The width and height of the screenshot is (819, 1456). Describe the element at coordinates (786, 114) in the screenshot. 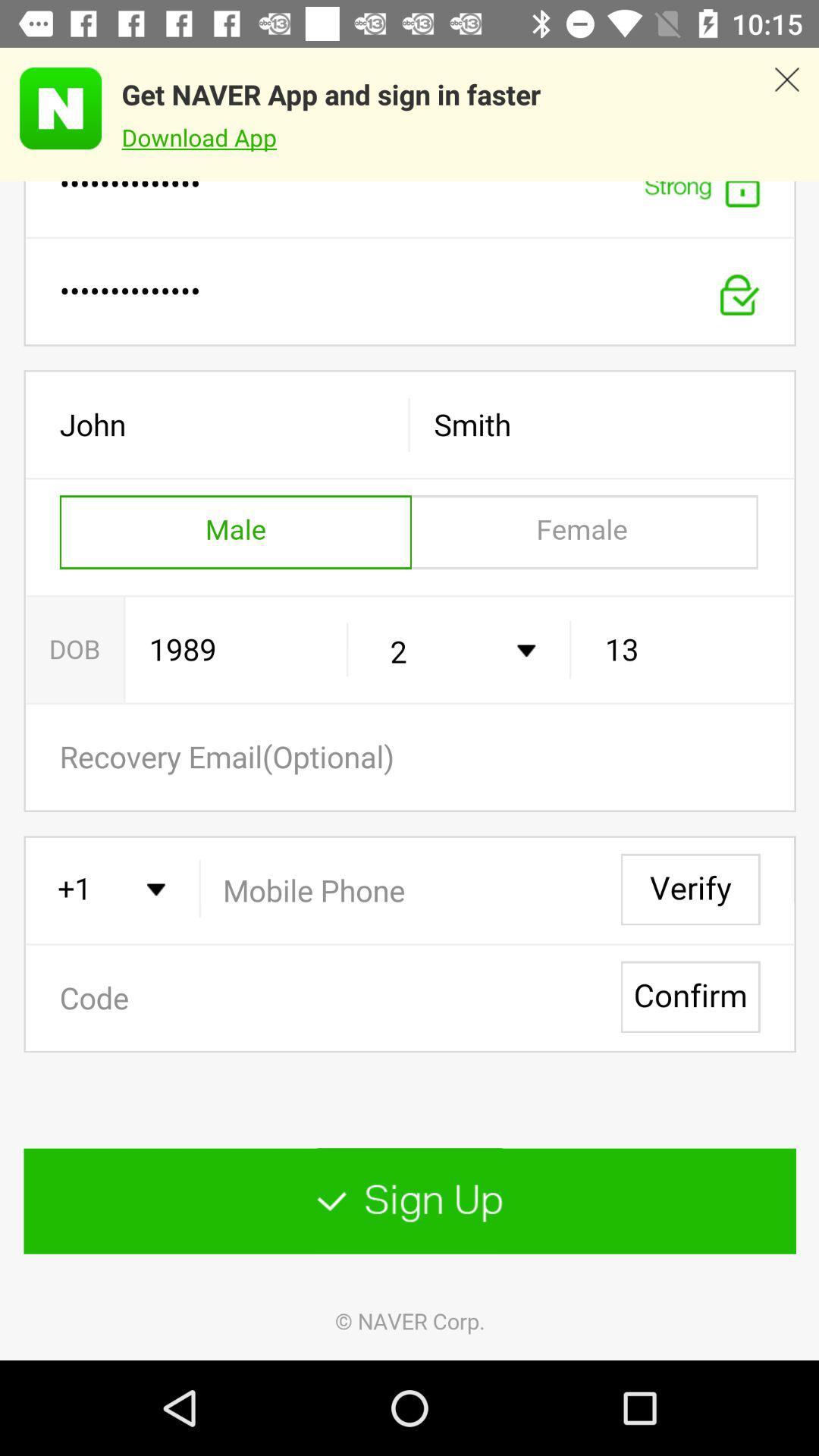

I see `app` at that location.